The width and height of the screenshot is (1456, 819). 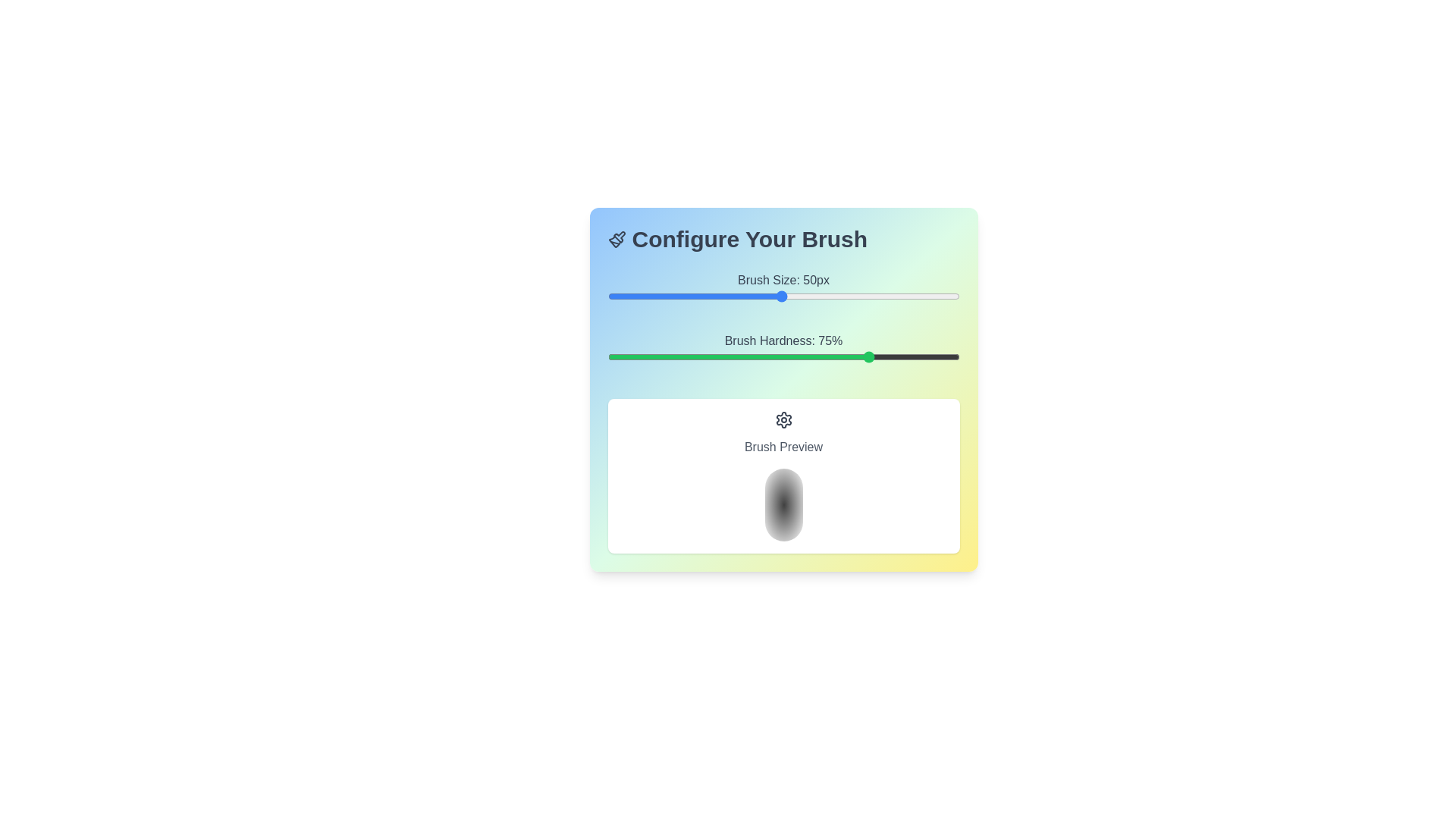 What do you see at coordinates (941, 296) in the screenshot?
I see `the brush size to 95 by interacting with the slider` at bounding box center [941, 296].